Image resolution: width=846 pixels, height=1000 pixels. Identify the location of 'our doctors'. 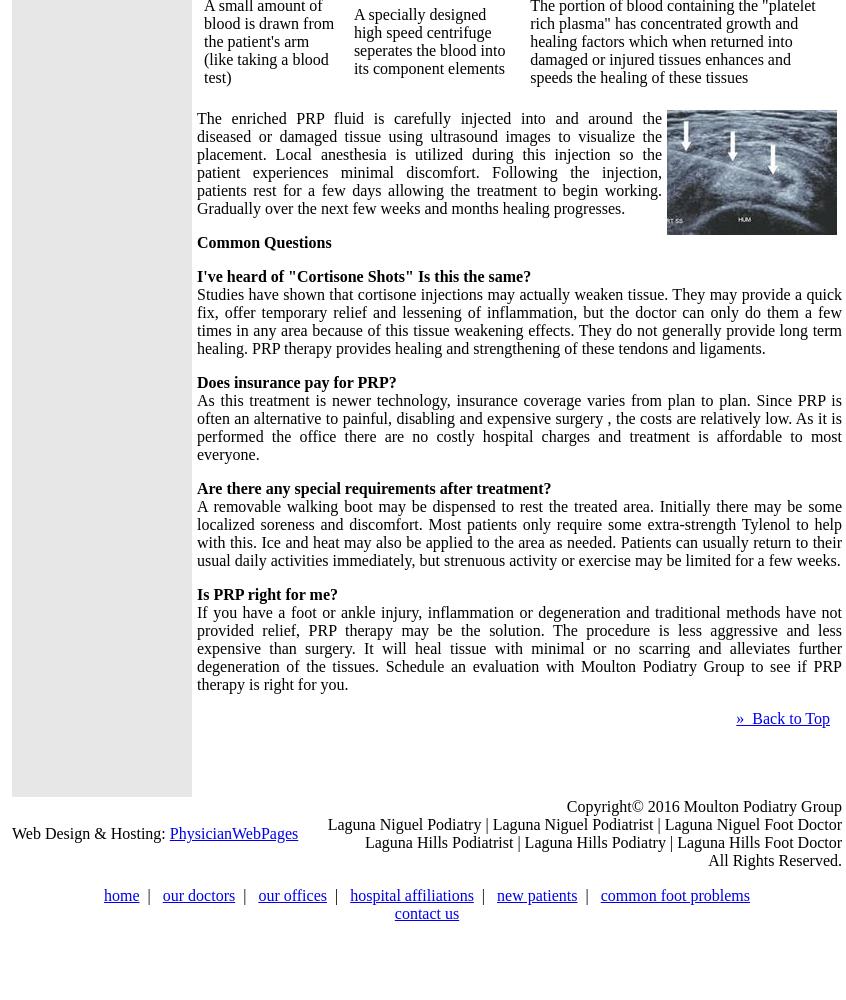
(197, 895).